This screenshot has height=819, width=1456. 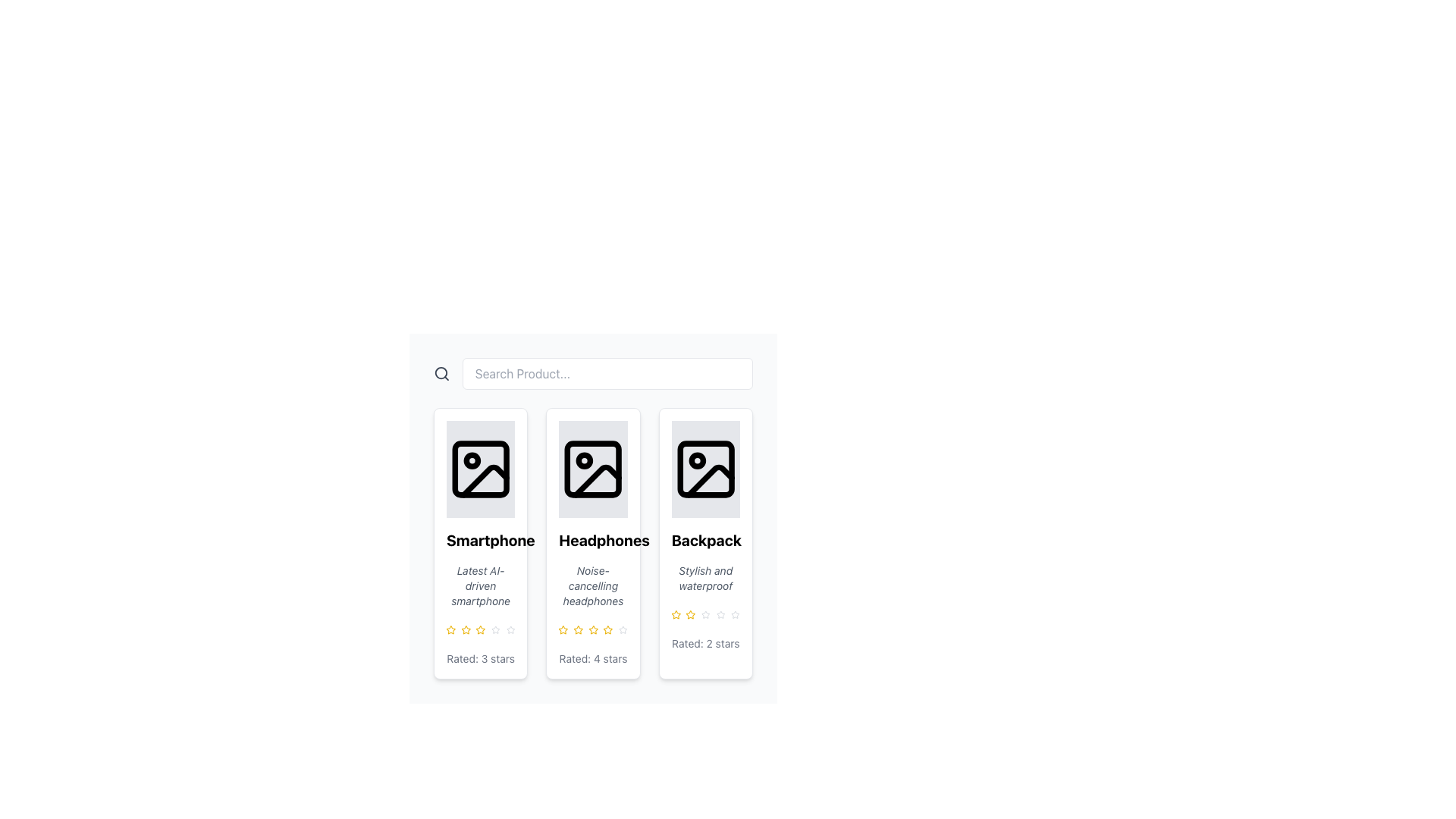 I want to click on the third rating star representing the product 'Backpack Stylish and waterproof', so click(x=704, y=614).